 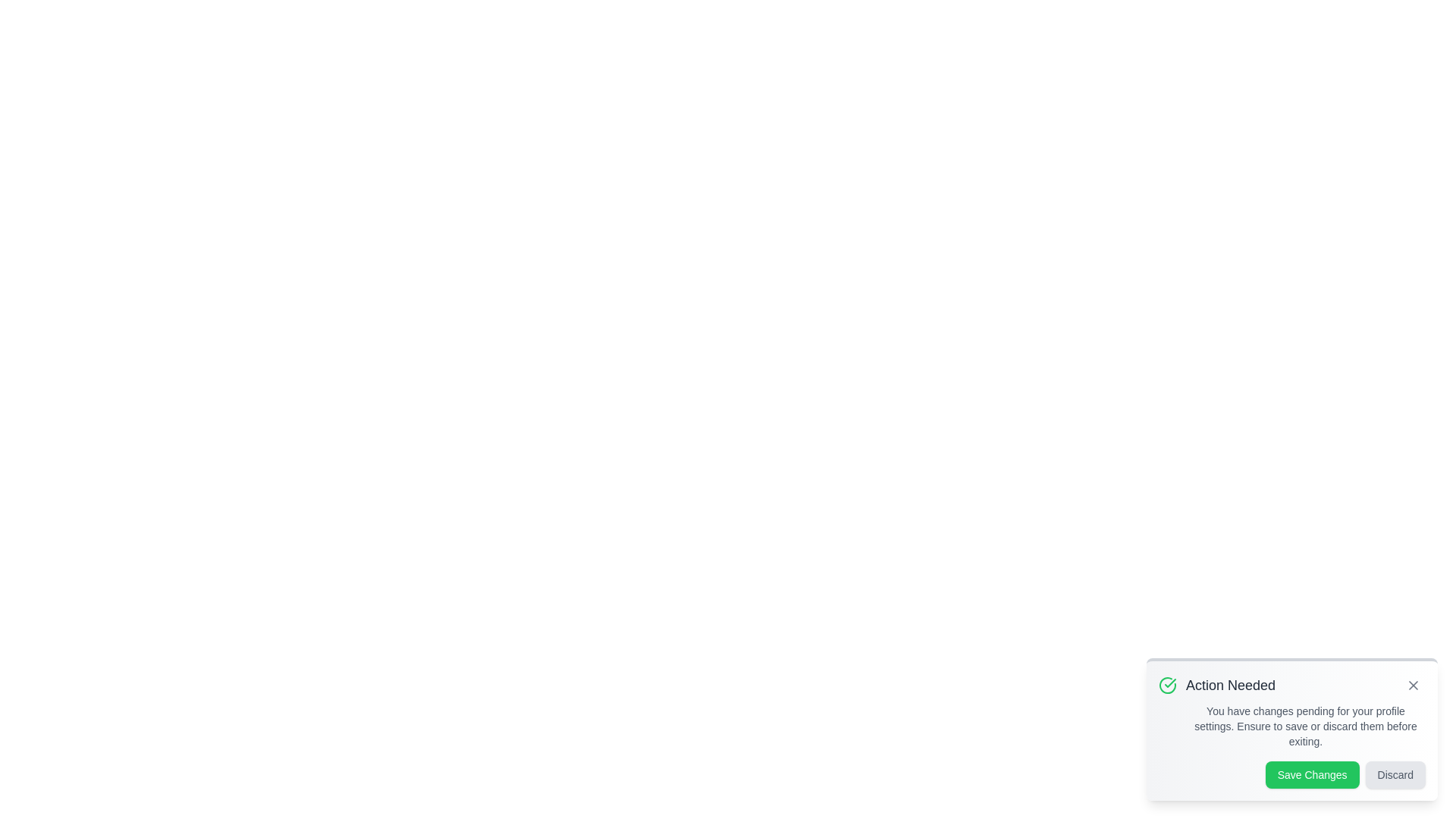 I want to click on 'Discard' button to discard the changes, so click(x=1395, y=775).